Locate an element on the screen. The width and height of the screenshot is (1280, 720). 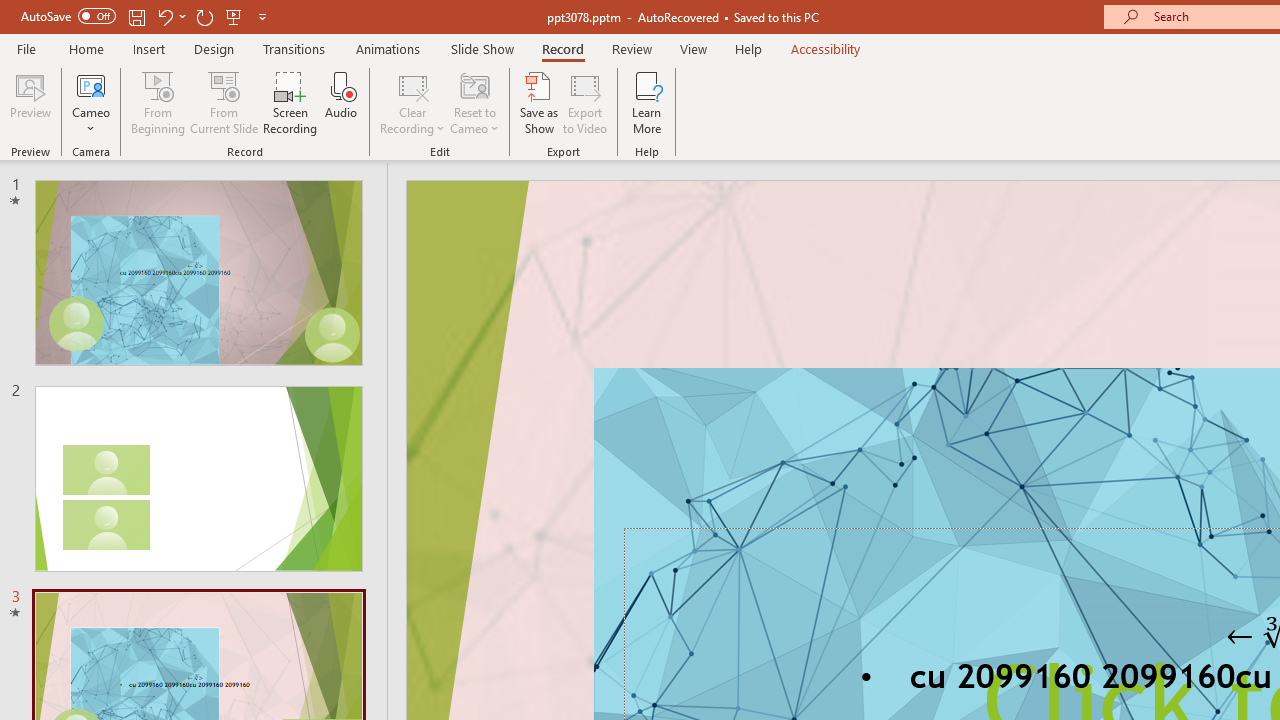
'Preview' is located at coordinates (30, 103).